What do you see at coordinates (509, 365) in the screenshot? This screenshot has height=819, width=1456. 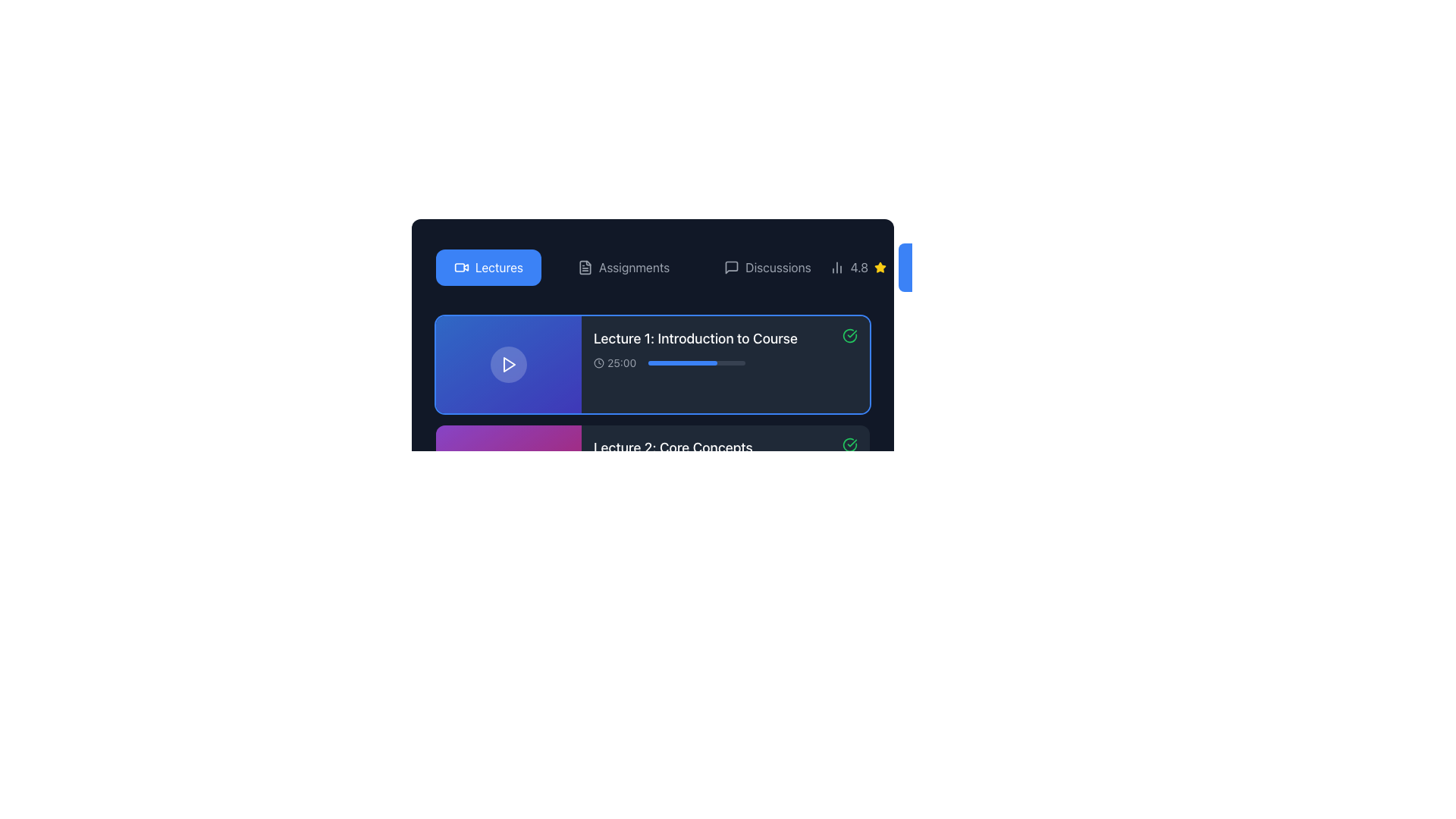 I see `the play button icon, which is a triangular shape on a blue rounded rectangular background, located to the left of 'Lecture 1: Introduction to Course'` at bounding box center [509, 365].